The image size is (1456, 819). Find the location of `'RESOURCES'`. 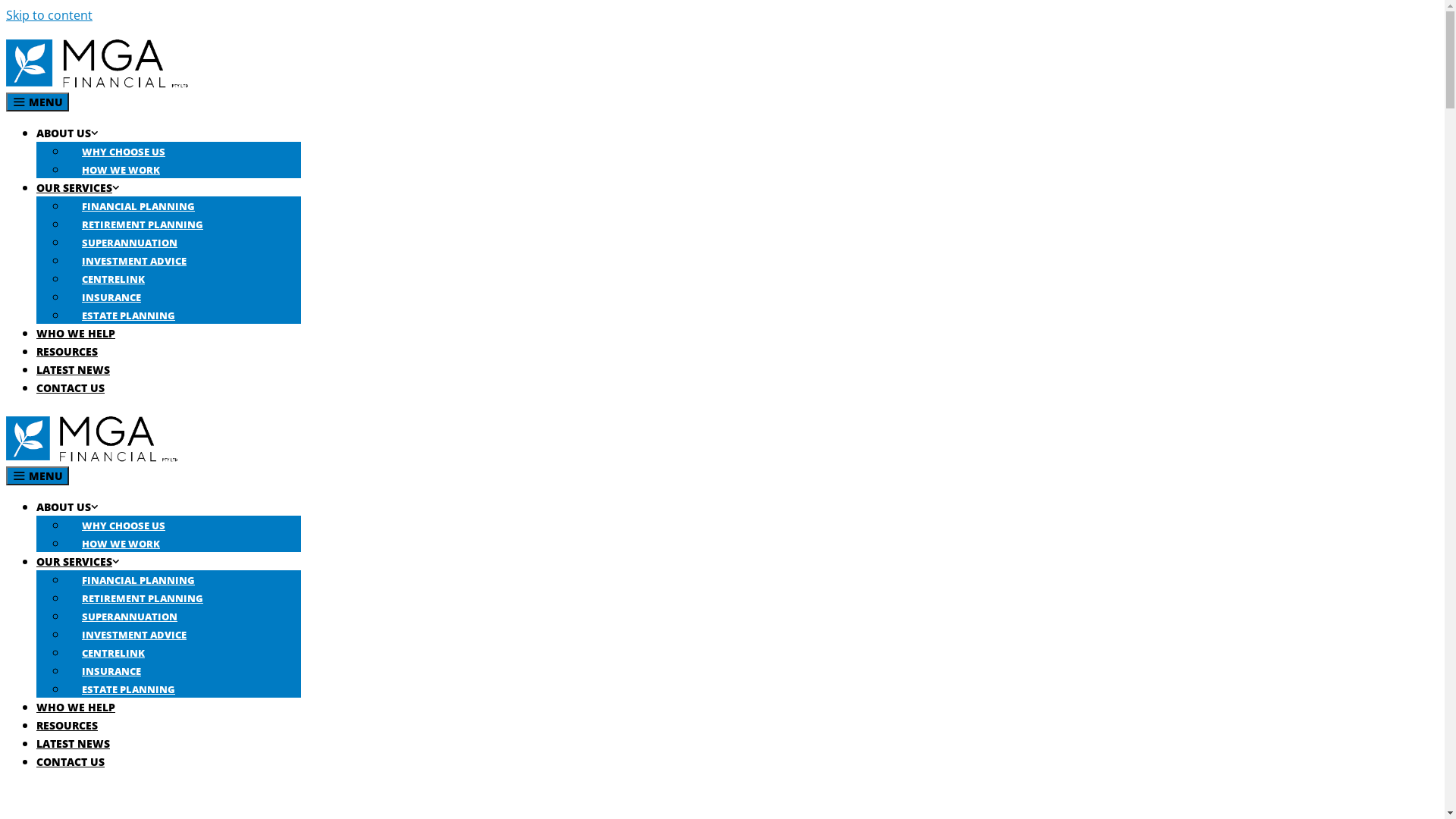

'RESOURCES' is located at coordinates (66, 351).